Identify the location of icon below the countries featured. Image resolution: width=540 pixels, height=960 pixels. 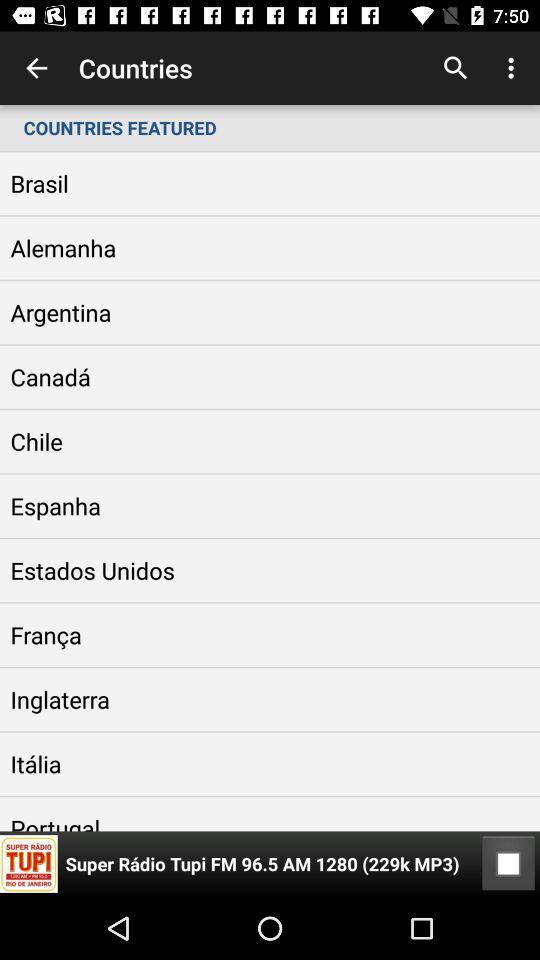
(508, 863).